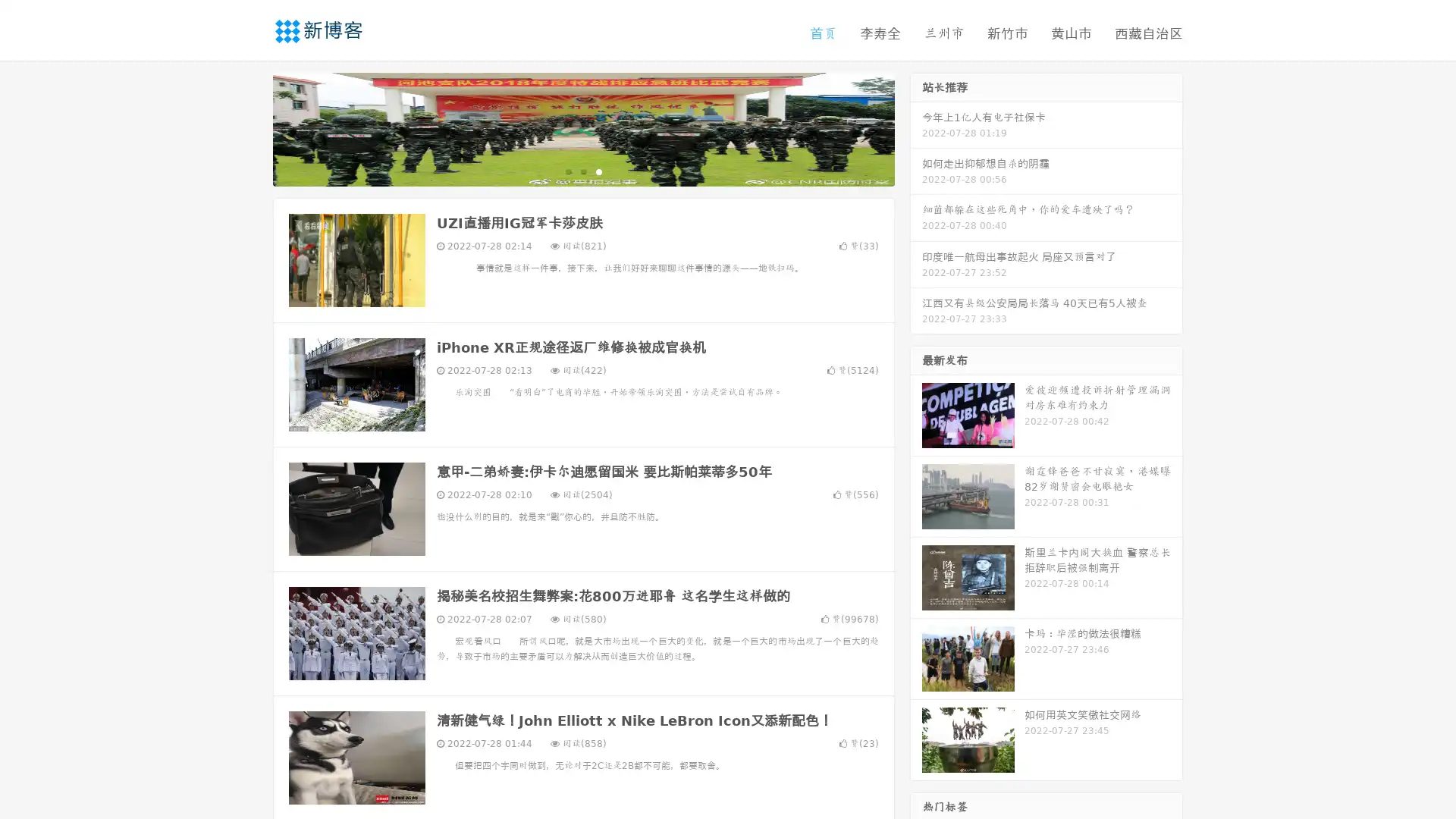  What do you see at coordinates (567, 171) in the screenshot?
I see `Go to slide 1` at bounding box center [567, 171].